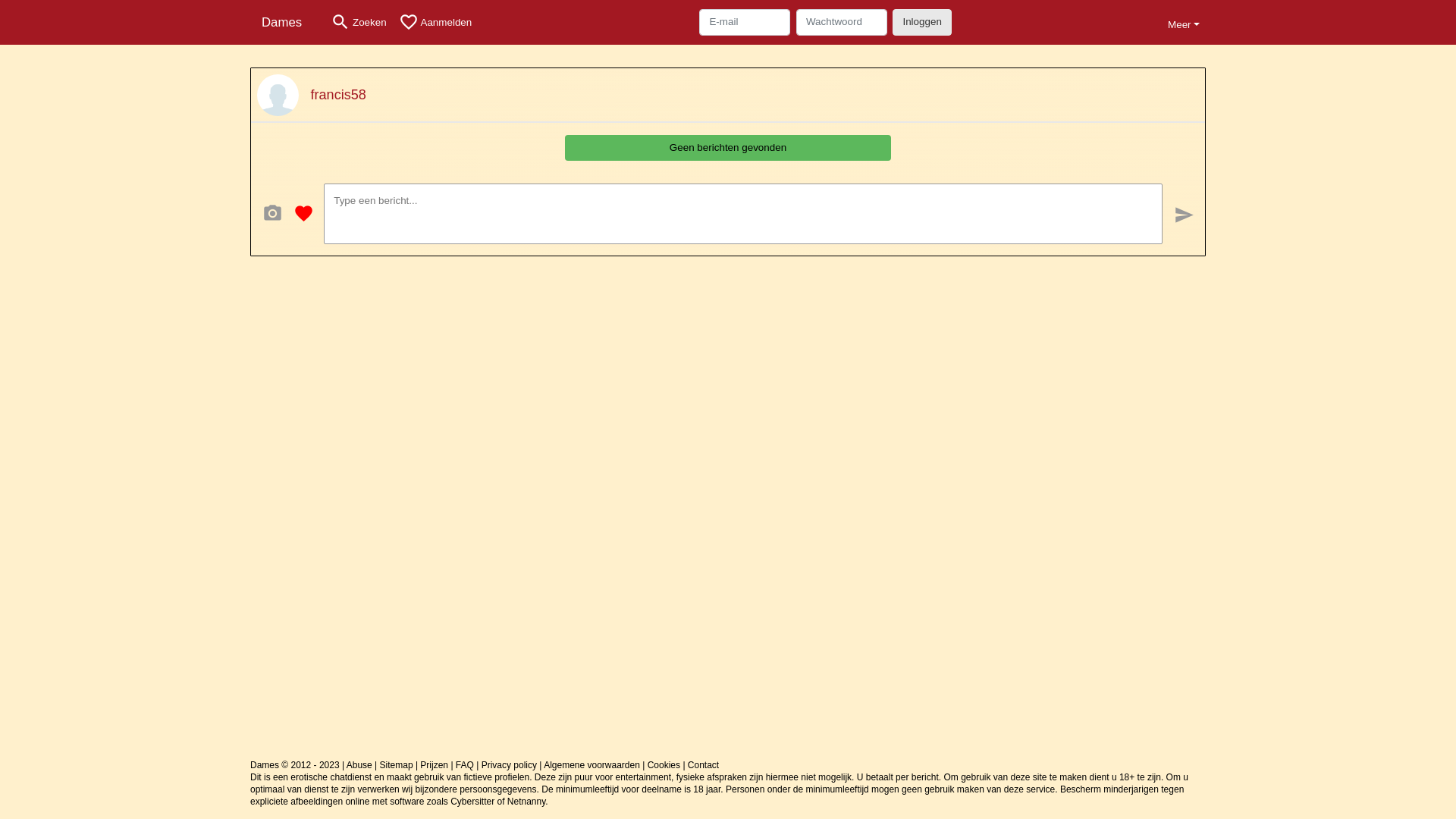 The width and height of the screenshot is (1456, 819). What do you see at coordinates (435, 22) in the screenshot?
I see `'favorite_border` at bounding box center [435, 22].